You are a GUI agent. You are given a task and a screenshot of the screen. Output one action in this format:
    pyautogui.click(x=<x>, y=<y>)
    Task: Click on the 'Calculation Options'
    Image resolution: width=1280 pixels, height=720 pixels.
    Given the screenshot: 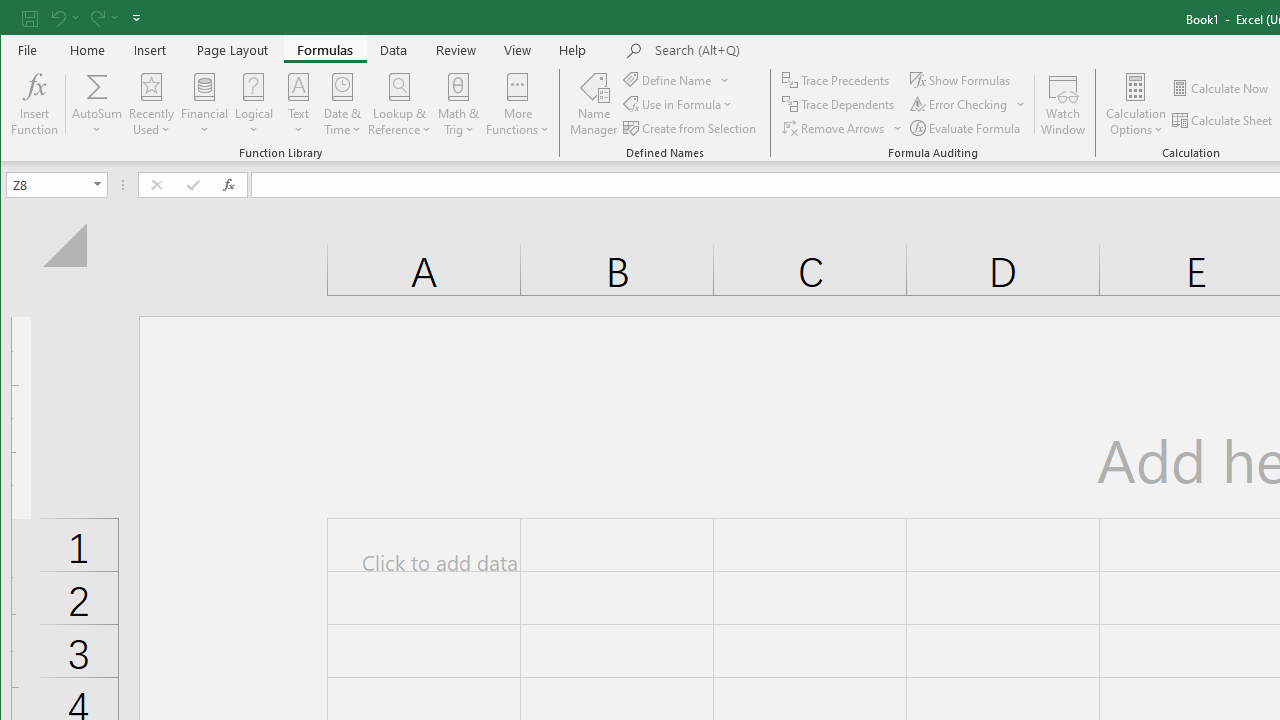 What is the action you would take?
    pyautogui.click(x=1136, y=104)
    